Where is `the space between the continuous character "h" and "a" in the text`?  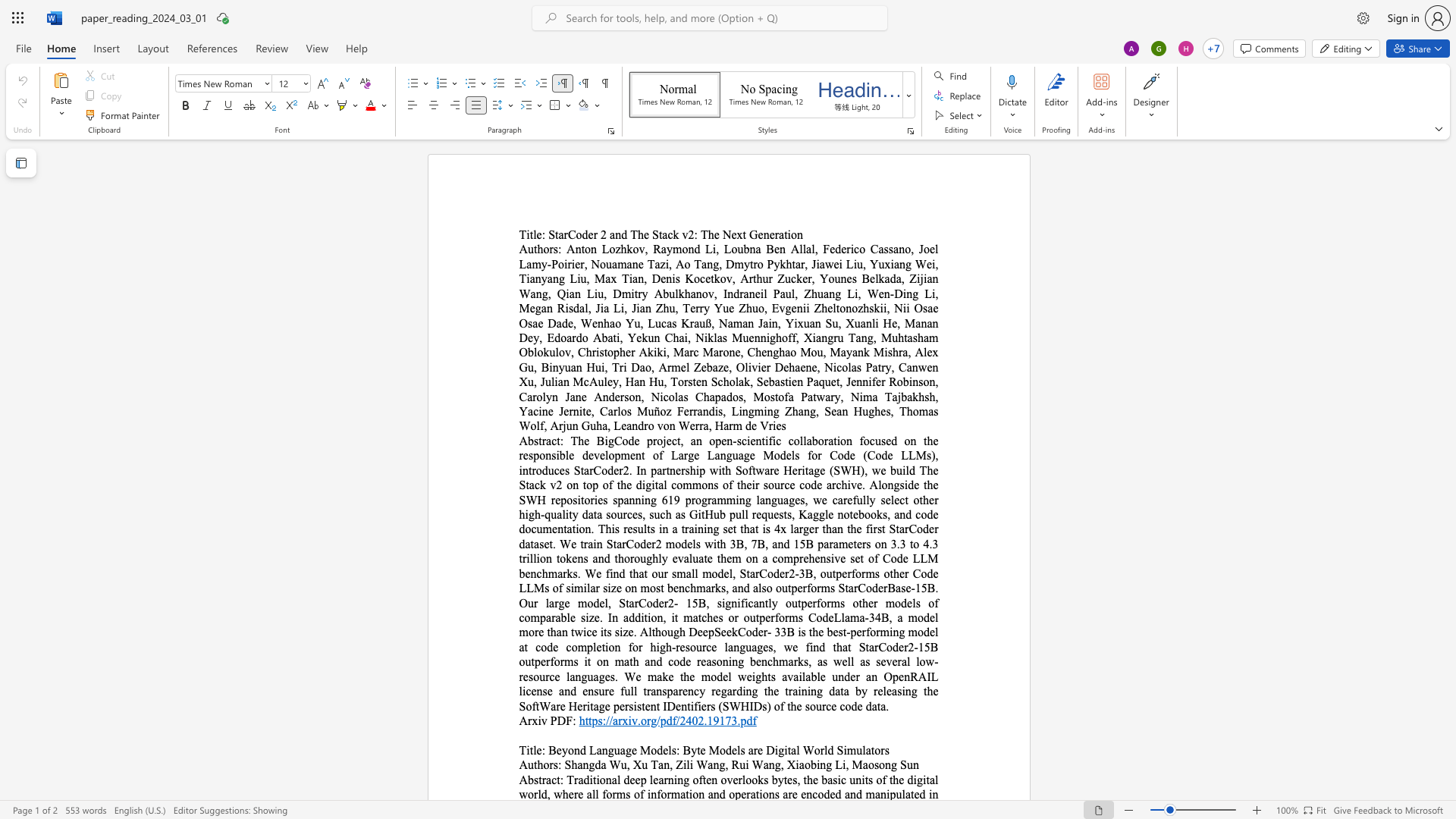
the space between the continuous character "h" and "a" in the text is located at coordinates (576, 764).